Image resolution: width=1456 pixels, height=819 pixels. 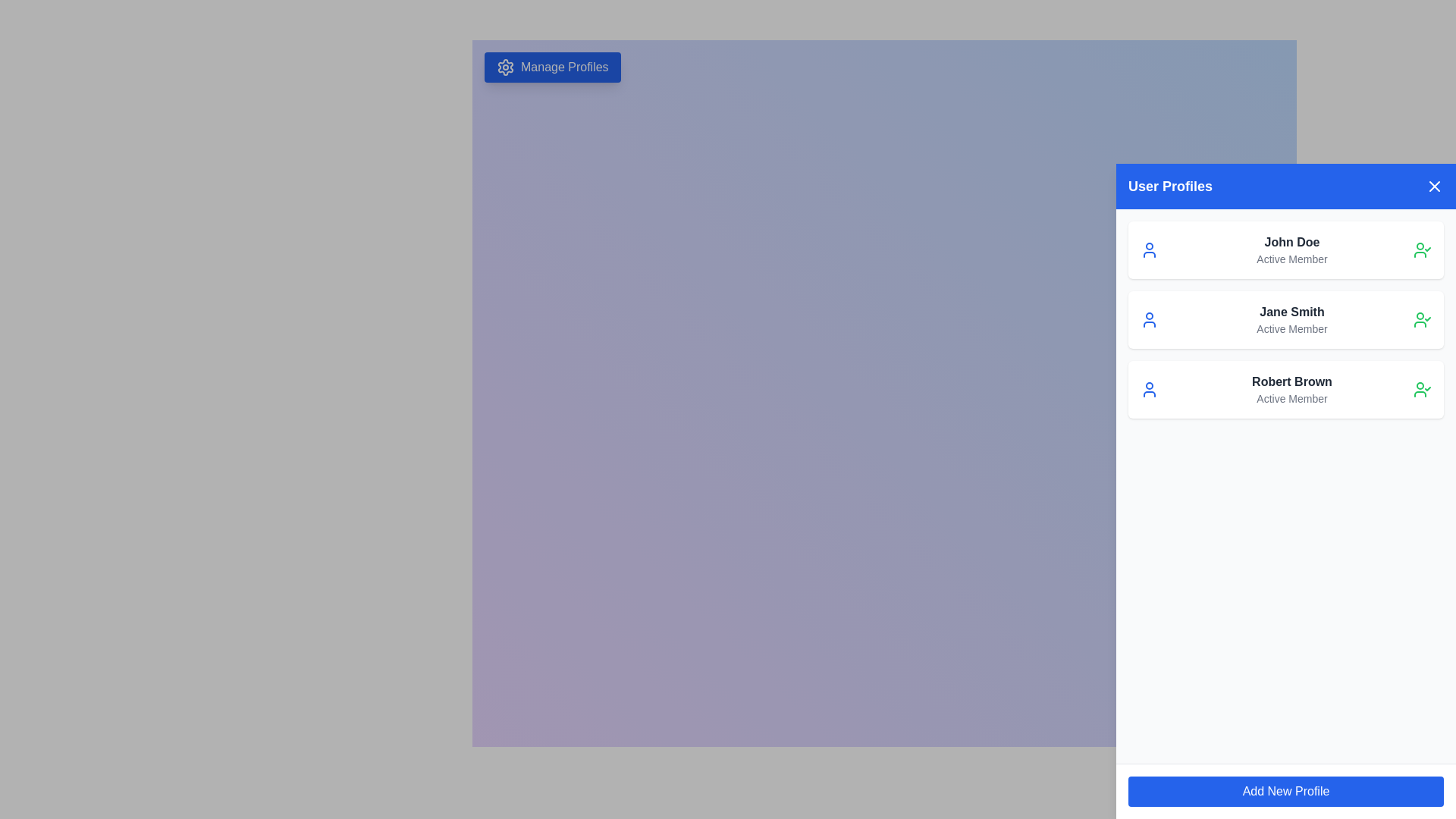 I want to click on the 'Active Member' text label that appears beneath 'Jane Smith' in the 'User Profiles' section, so click(x=1291, y=328).